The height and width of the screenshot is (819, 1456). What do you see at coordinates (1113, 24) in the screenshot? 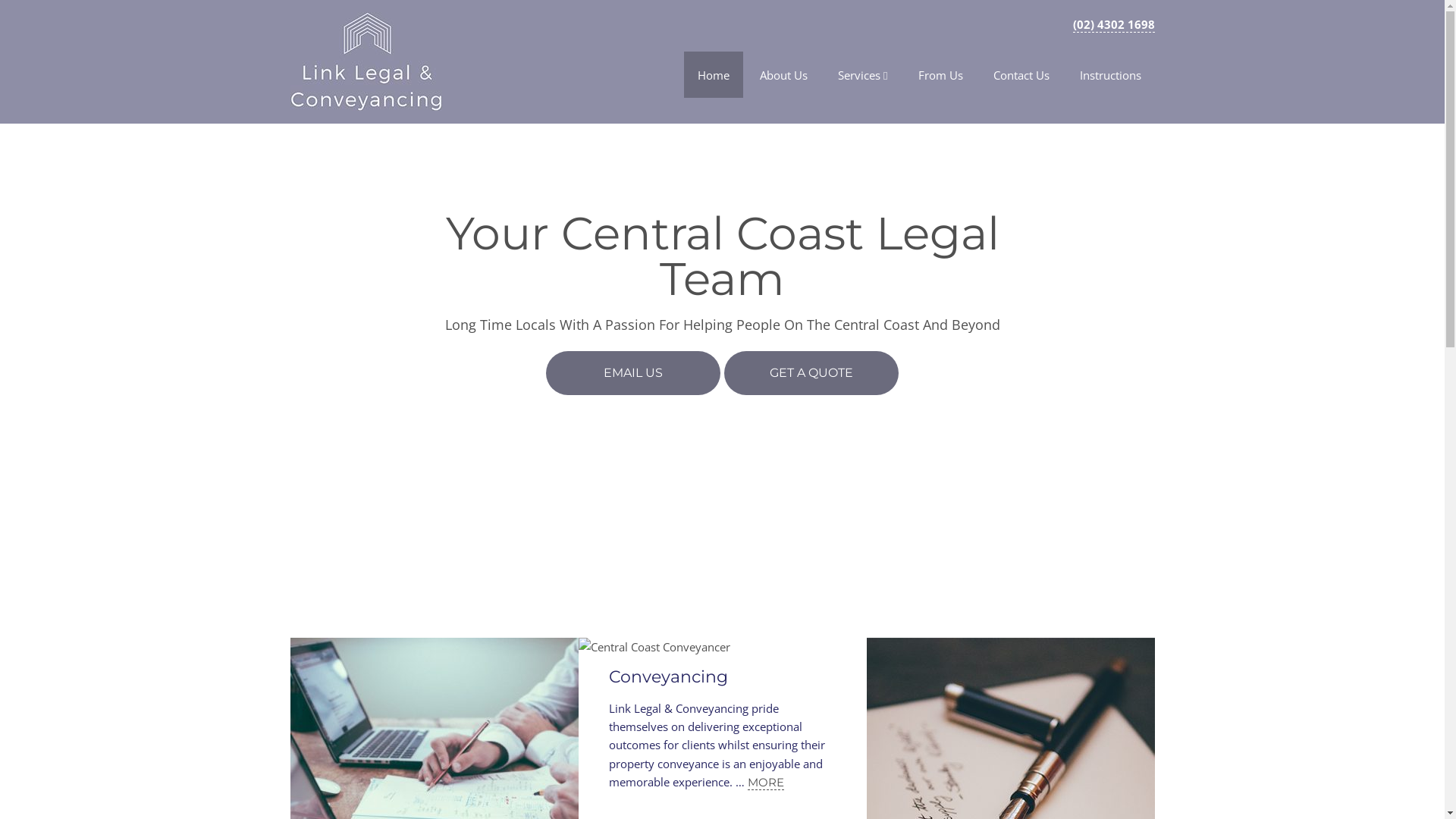
I see `'(02) 4302 1698'` at bounding box center [1113, 24].